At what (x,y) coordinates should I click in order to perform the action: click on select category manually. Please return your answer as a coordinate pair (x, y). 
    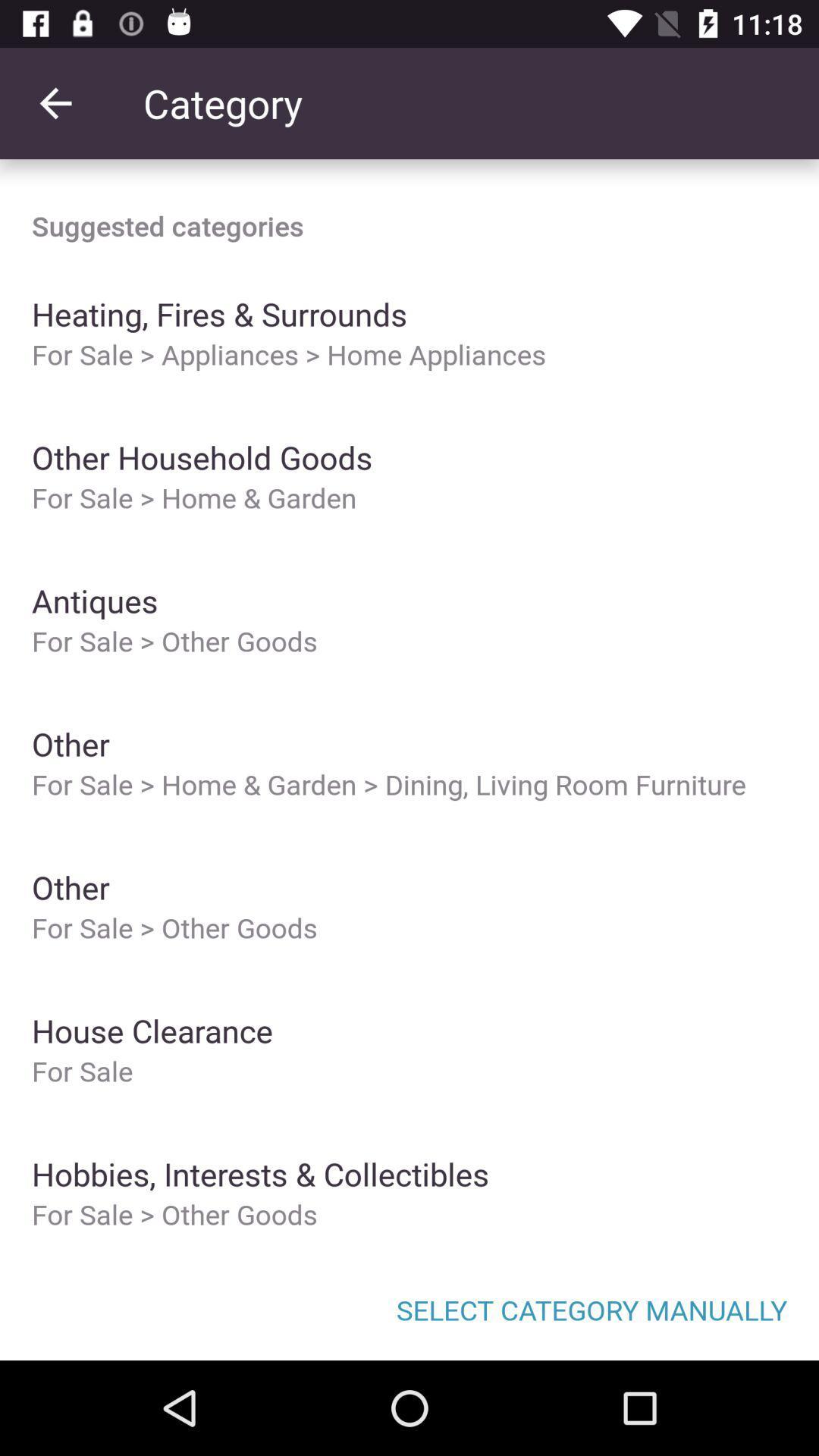
    Looking at the image, I should click on (409, 1309).